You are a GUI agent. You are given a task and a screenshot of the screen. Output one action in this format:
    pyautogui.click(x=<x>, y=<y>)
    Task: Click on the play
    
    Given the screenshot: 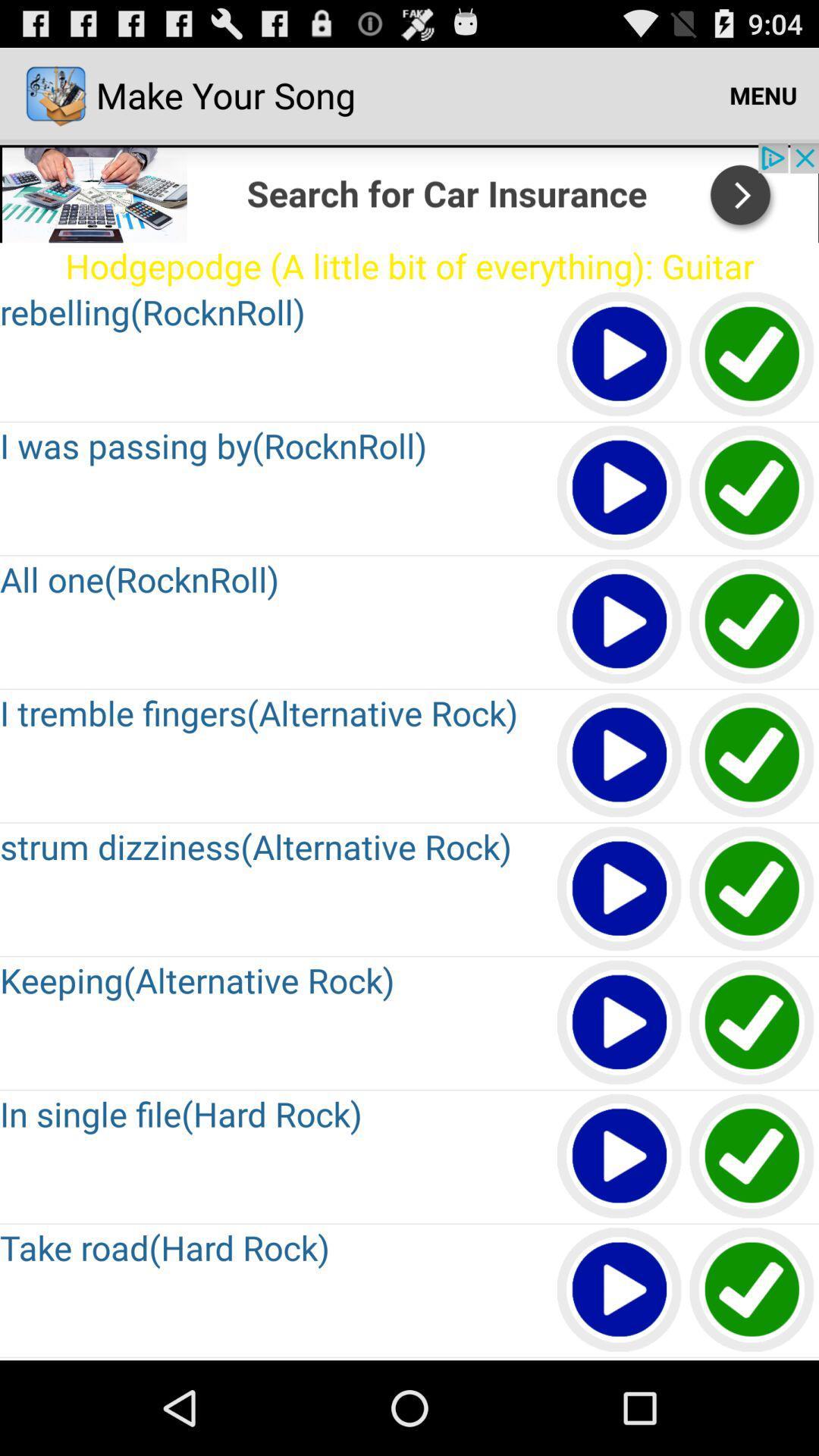 What is the action you would take?
    pyautogui.click(x=620, y=1290)
    